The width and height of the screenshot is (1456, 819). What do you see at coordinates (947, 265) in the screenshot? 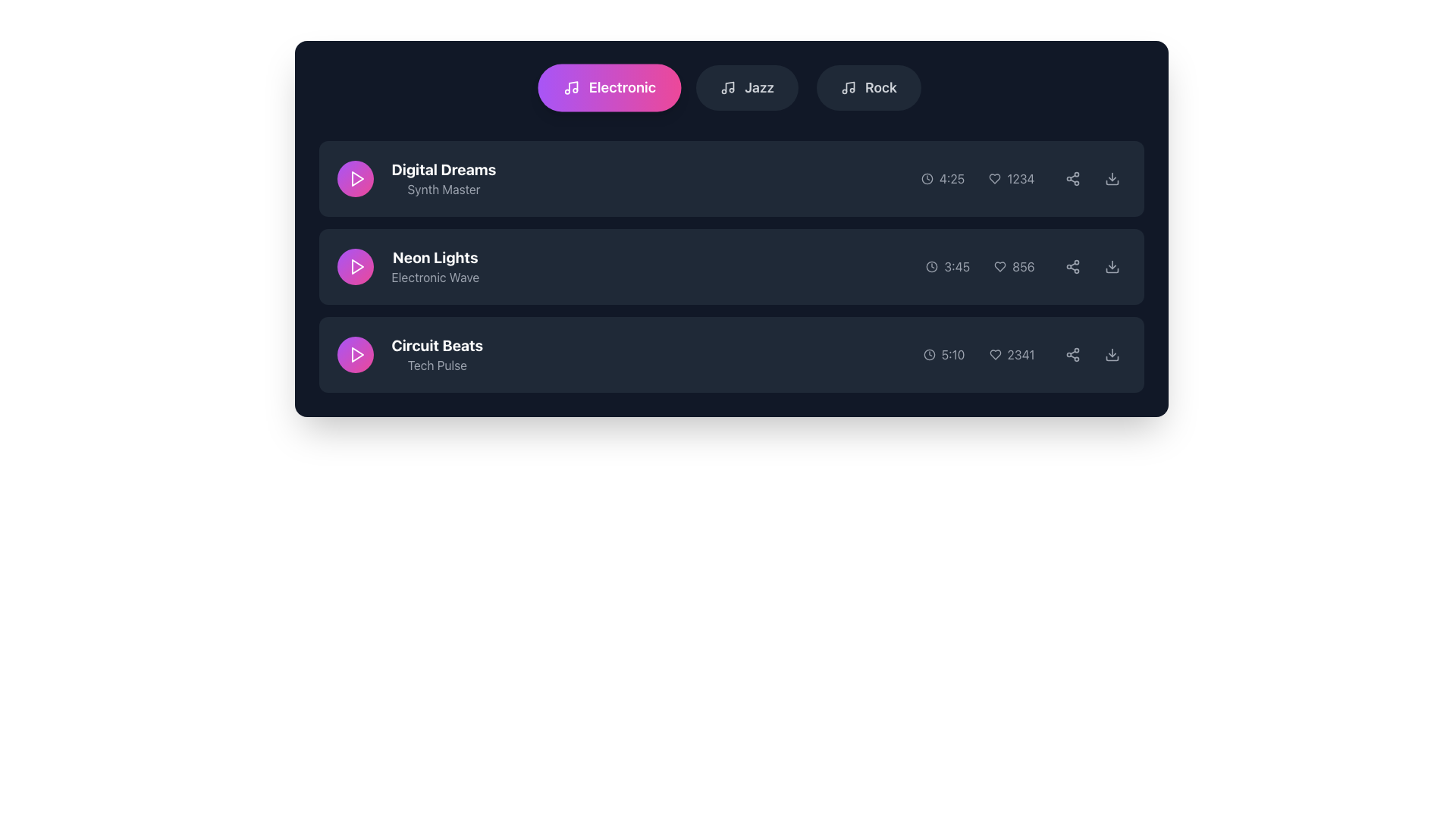
I see `the icon and text label indicating the duration associated with the 'Neon Lights' item, located towards the right side of the interface near the middle row of a list` at bounding box center [947, 265].